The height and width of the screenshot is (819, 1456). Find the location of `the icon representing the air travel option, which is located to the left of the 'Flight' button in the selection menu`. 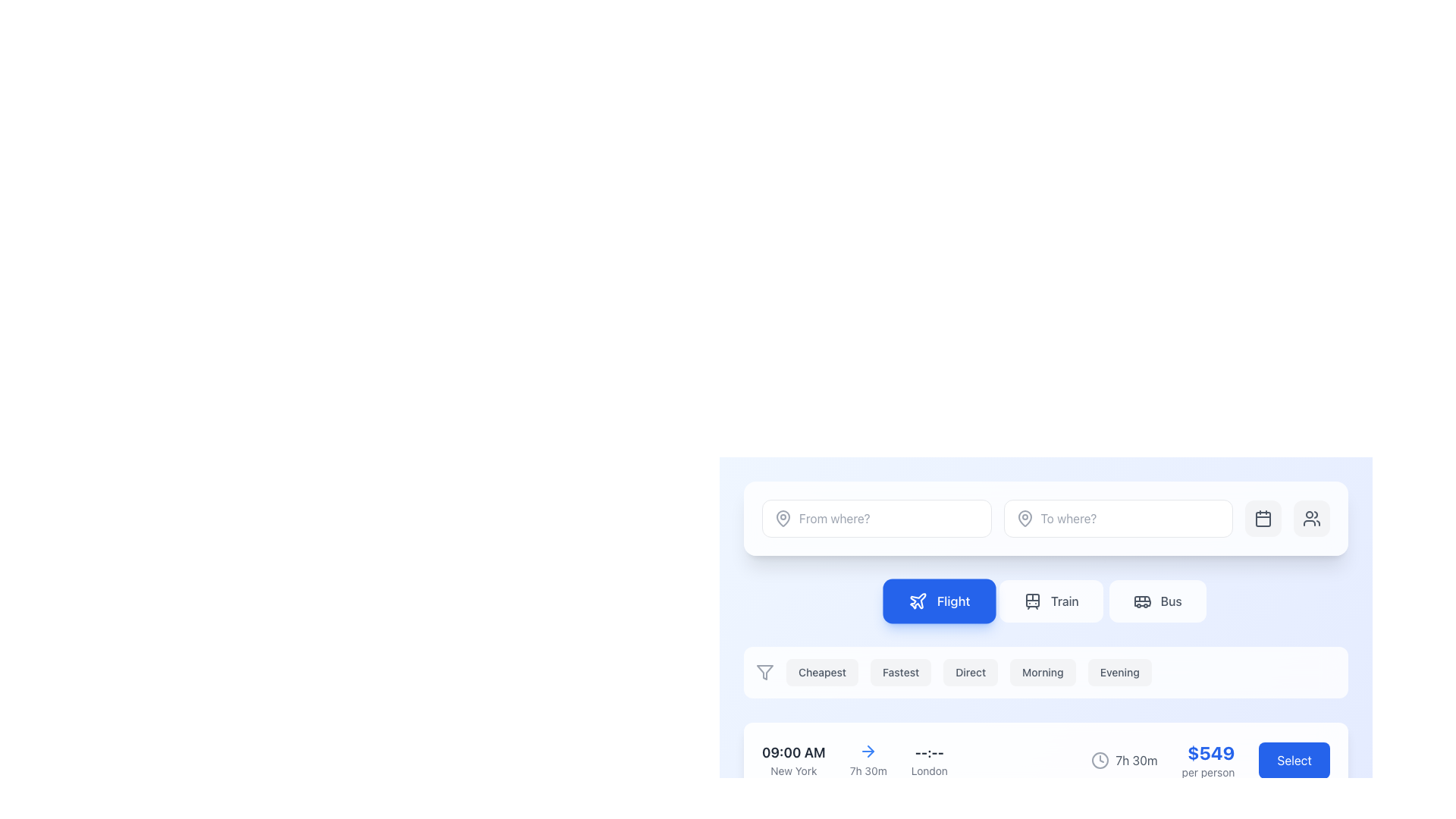

the icon representing the air travel option, which is located to the left of the 'Flight' button in the selection menu is located at coordinates (918, 601).